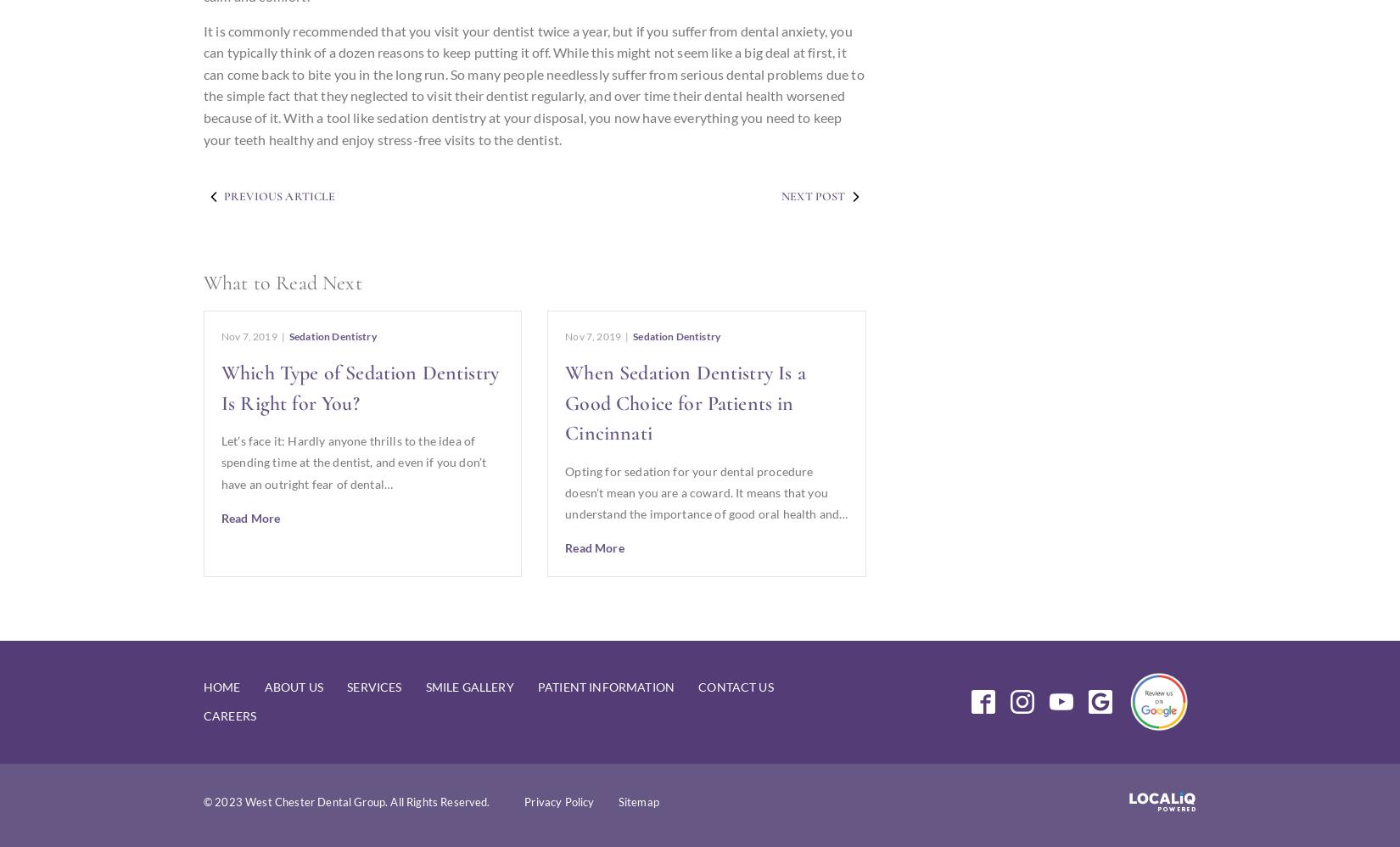 The image size is (1400, 847). What do you see at coordinates (637, 802) in the screenshot?
I see `'Sitemap'` at bounding box center [637, 802].